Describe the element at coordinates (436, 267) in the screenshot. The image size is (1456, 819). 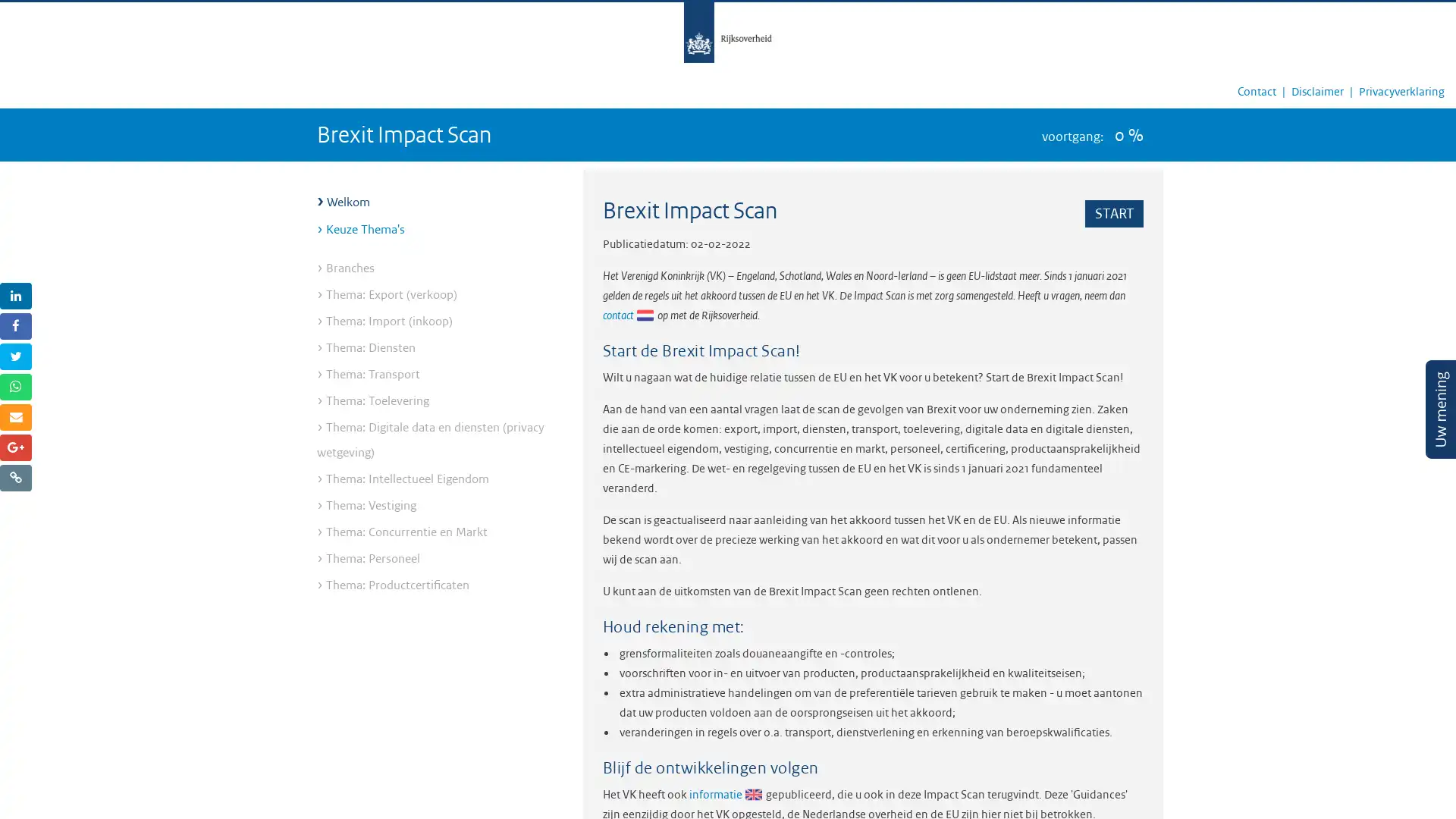
I see `Branches` at that location.